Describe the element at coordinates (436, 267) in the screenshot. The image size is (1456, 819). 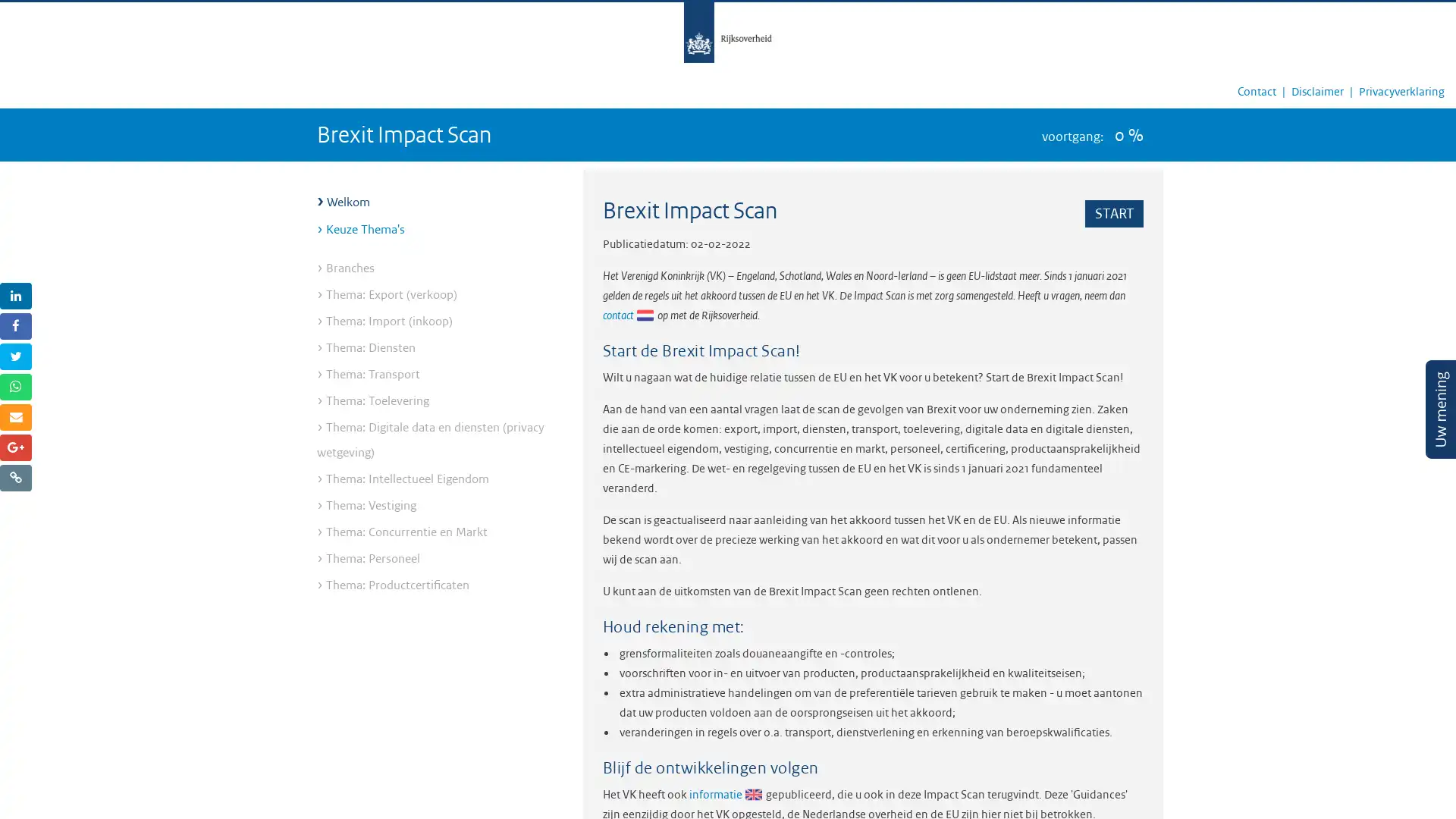
I see `Branches` at that location.